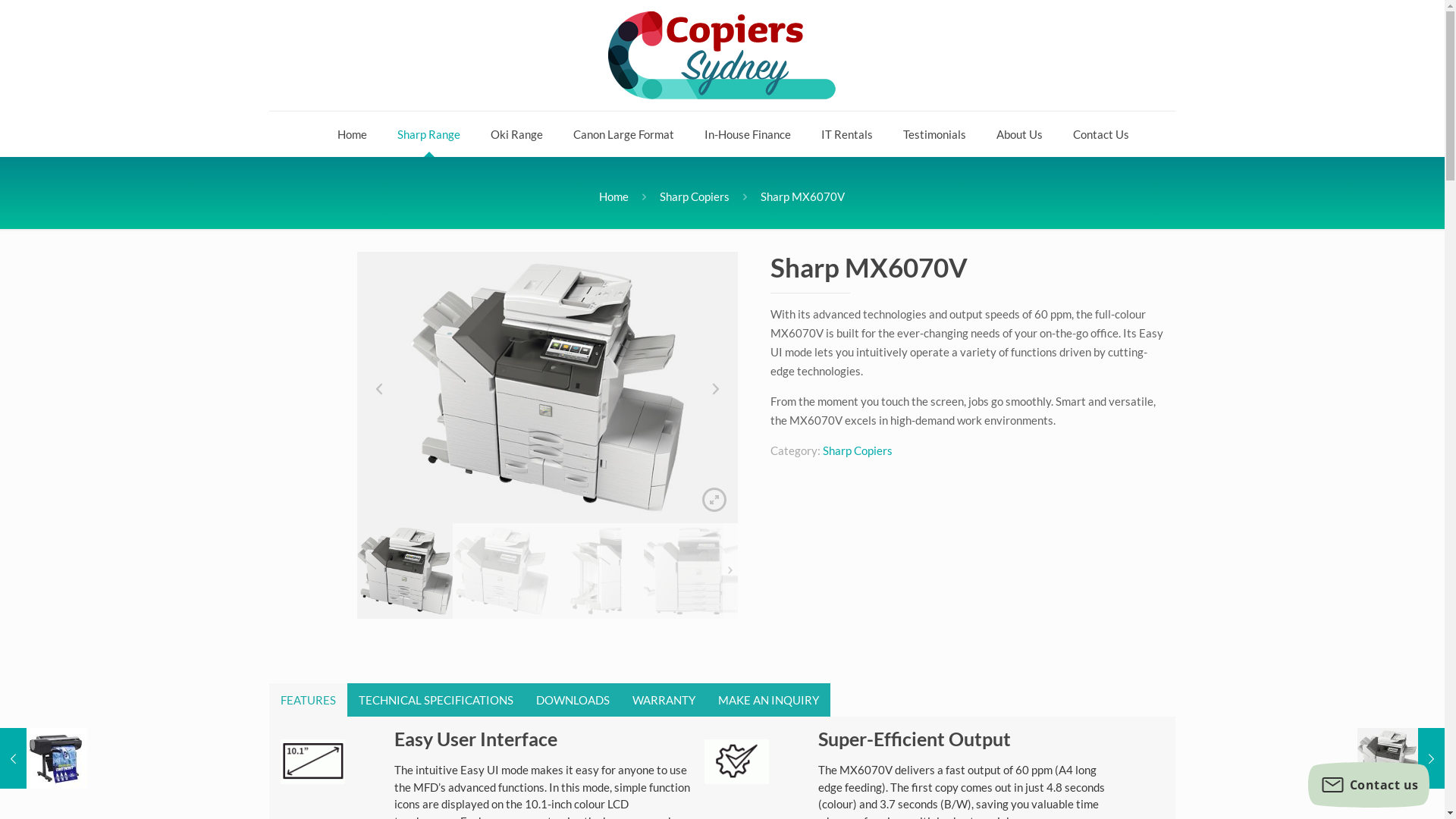 The width and height of the screenshot is (1456, 819). I want to click on 'About Us', so click(1019, 133).